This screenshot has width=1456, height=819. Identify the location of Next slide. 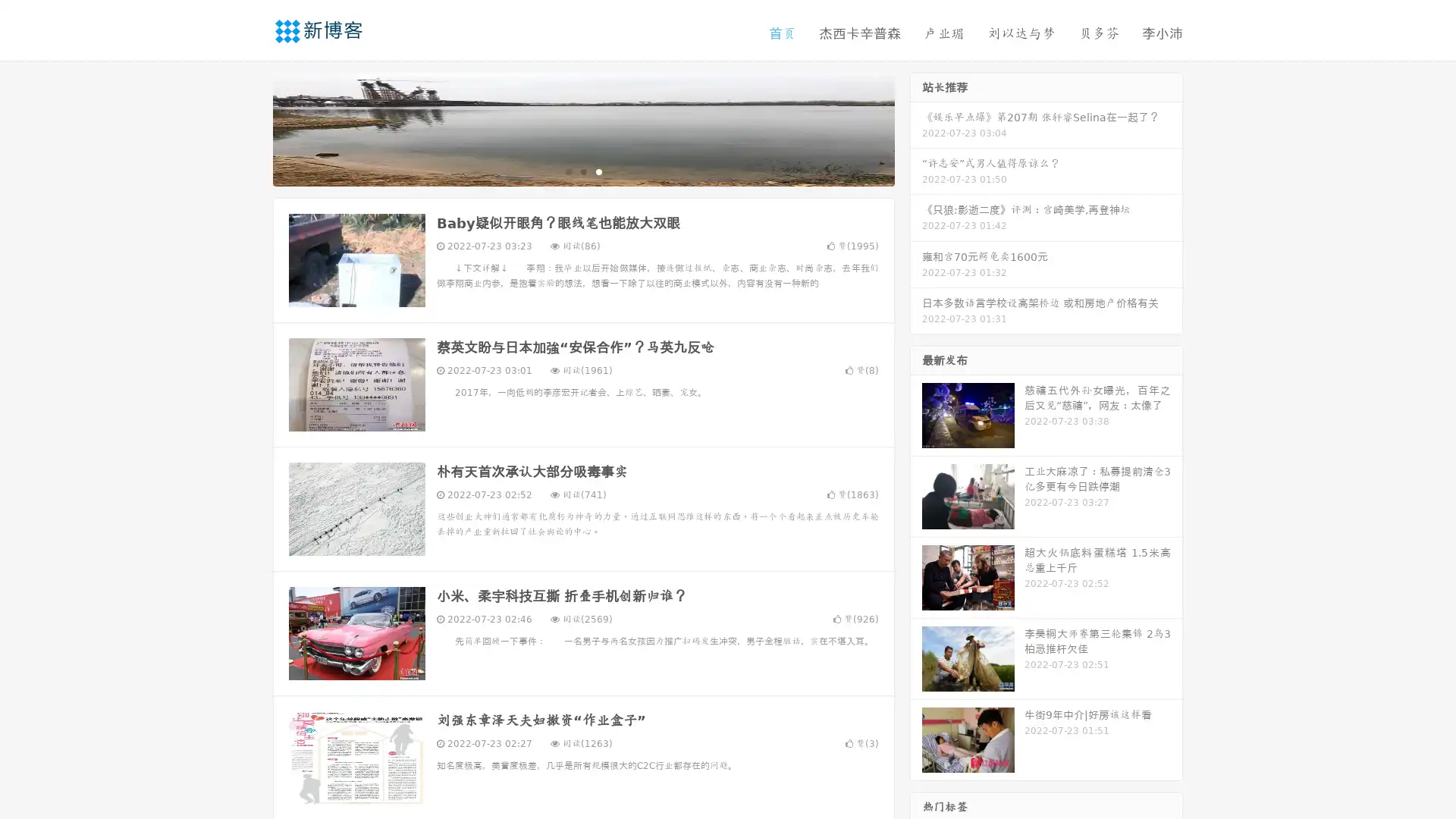
(916, 127).